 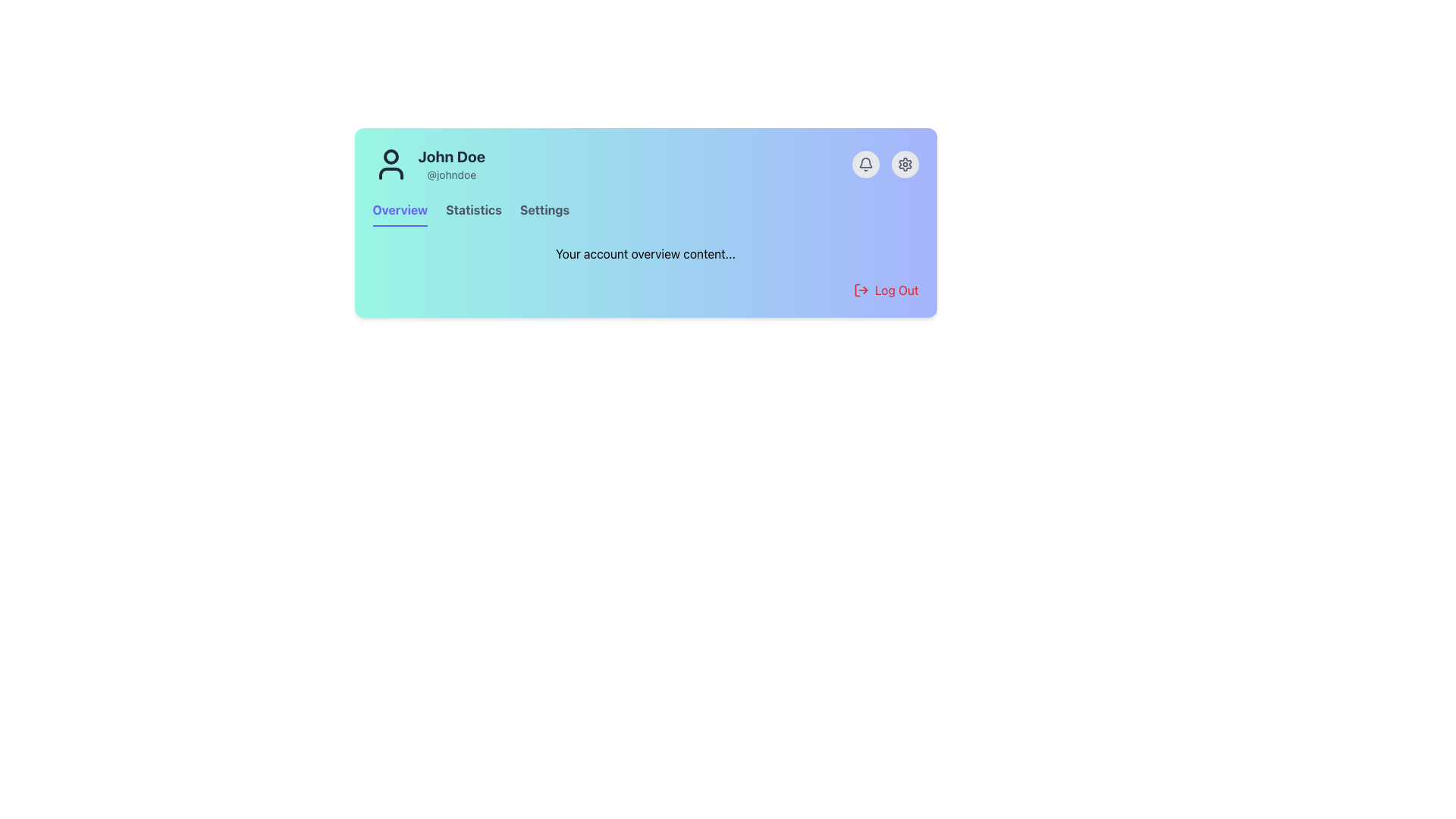 I want to click on the Text Block containing the name 'John Doe' and the username '@johndoe' which is styled with a bold dark font and a smaller gray font, positioned at the center right of a user icon, so click(x=450, y=164).